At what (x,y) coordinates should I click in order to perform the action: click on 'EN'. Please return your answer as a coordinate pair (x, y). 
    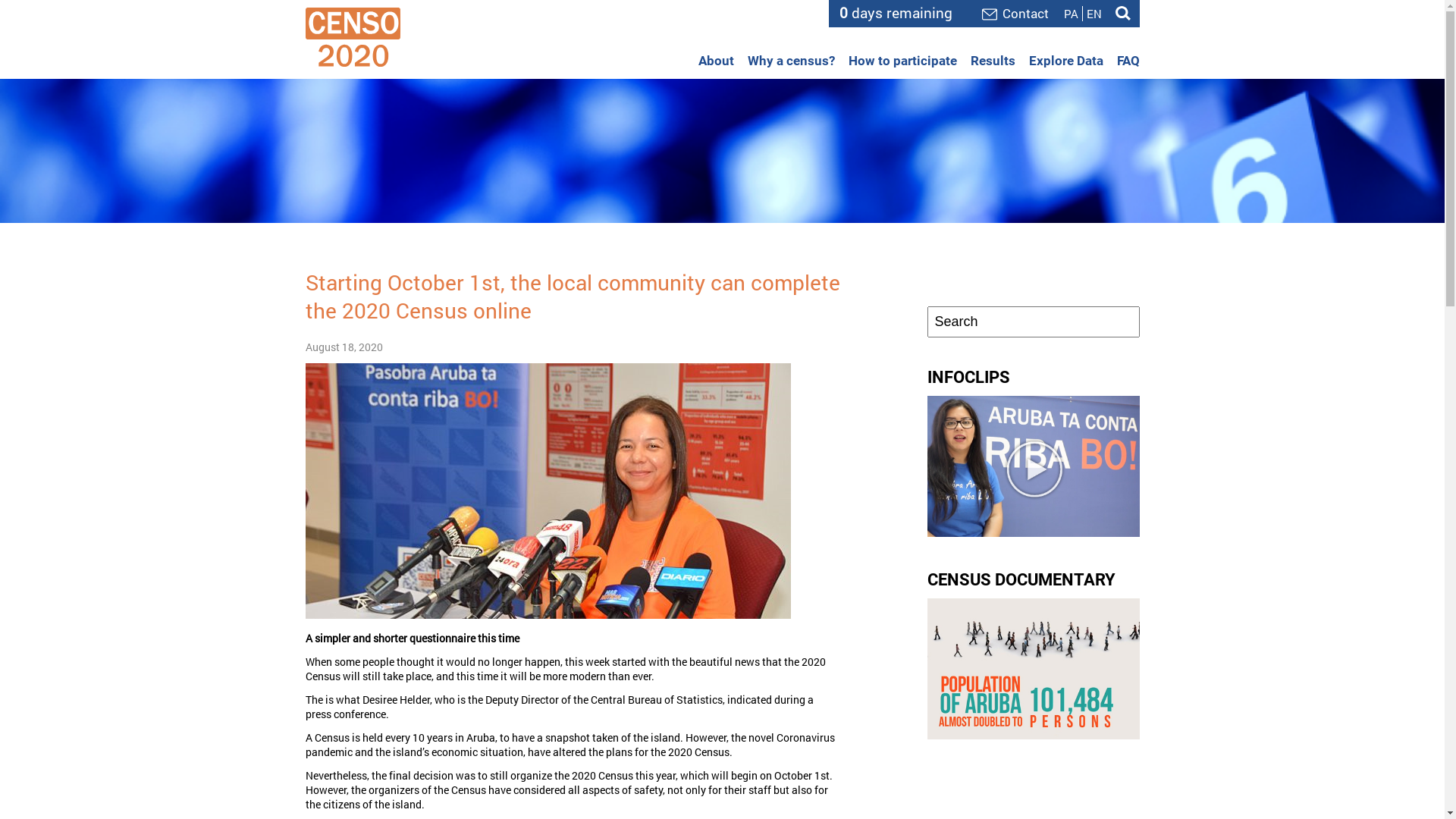
    Looking at the image, I should click on (1093, 14).